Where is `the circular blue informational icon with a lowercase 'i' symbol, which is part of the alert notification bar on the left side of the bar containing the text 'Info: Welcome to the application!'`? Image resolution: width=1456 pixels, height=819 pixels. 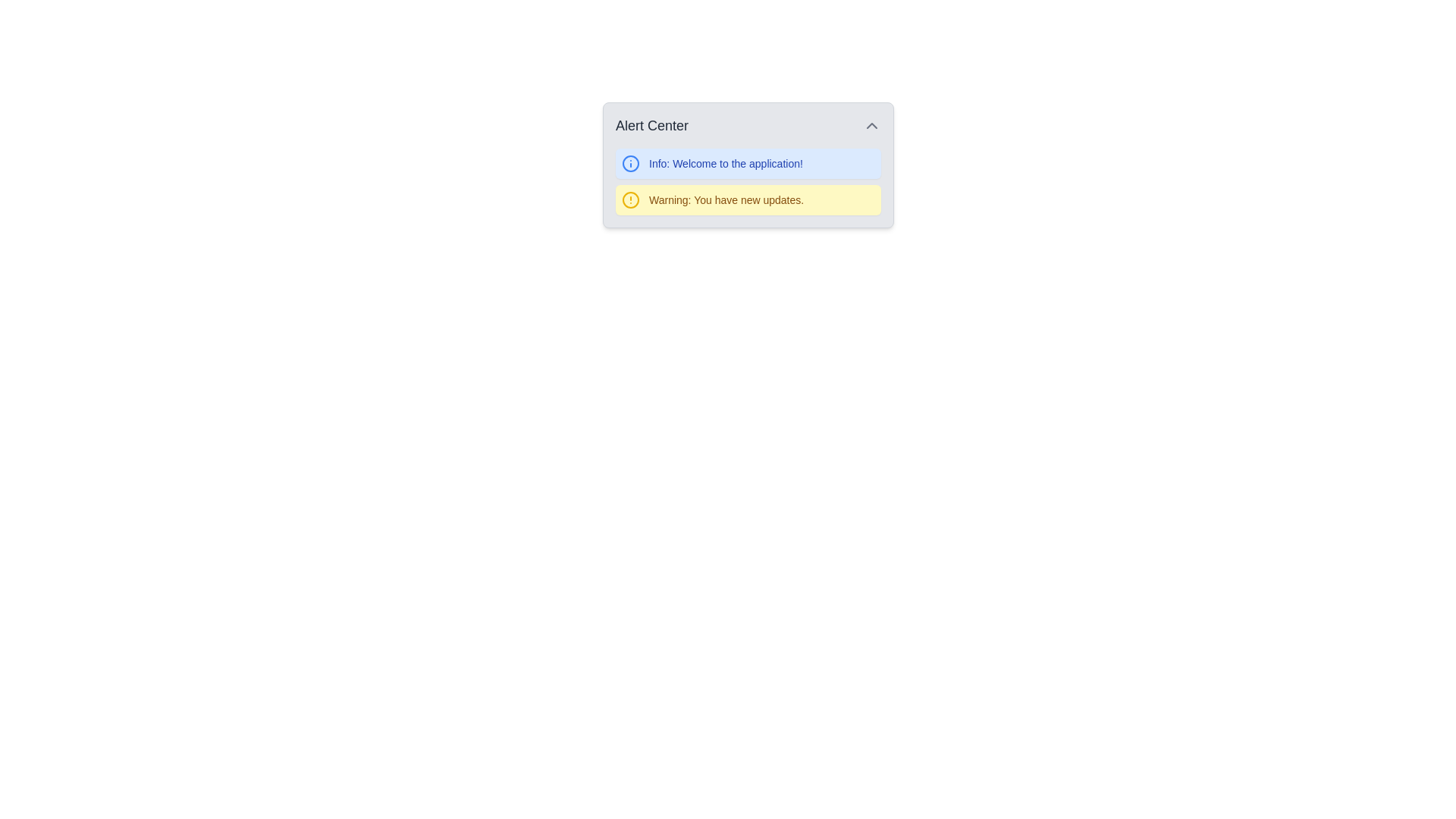 the circular blue informational icon with a lowercase 'i' symbol, which is part of the alert notification bar on the left side of the bar containing the text 'Info: Welcome to the application!' is located at coordinates (630, 164).